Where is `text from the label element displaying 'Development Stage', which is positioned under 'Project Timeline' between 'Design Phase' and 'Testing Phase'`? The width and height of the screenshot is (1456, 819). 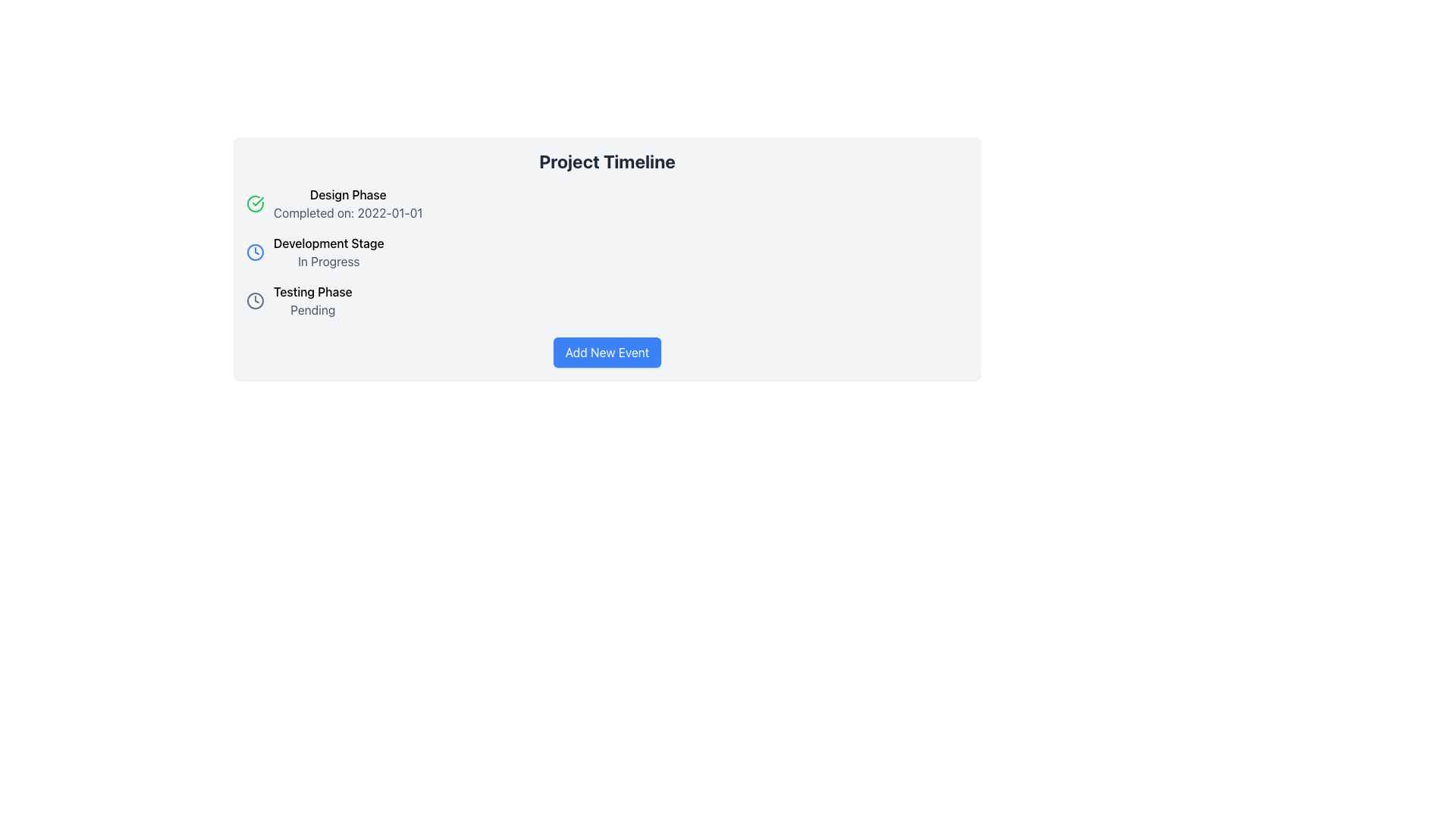 text from the label element displaying 'Development Stage', which is positioned under 'Project Timeline' between 'Design Phase' and 'Testing Phase' is located at coordinates (328, 242).